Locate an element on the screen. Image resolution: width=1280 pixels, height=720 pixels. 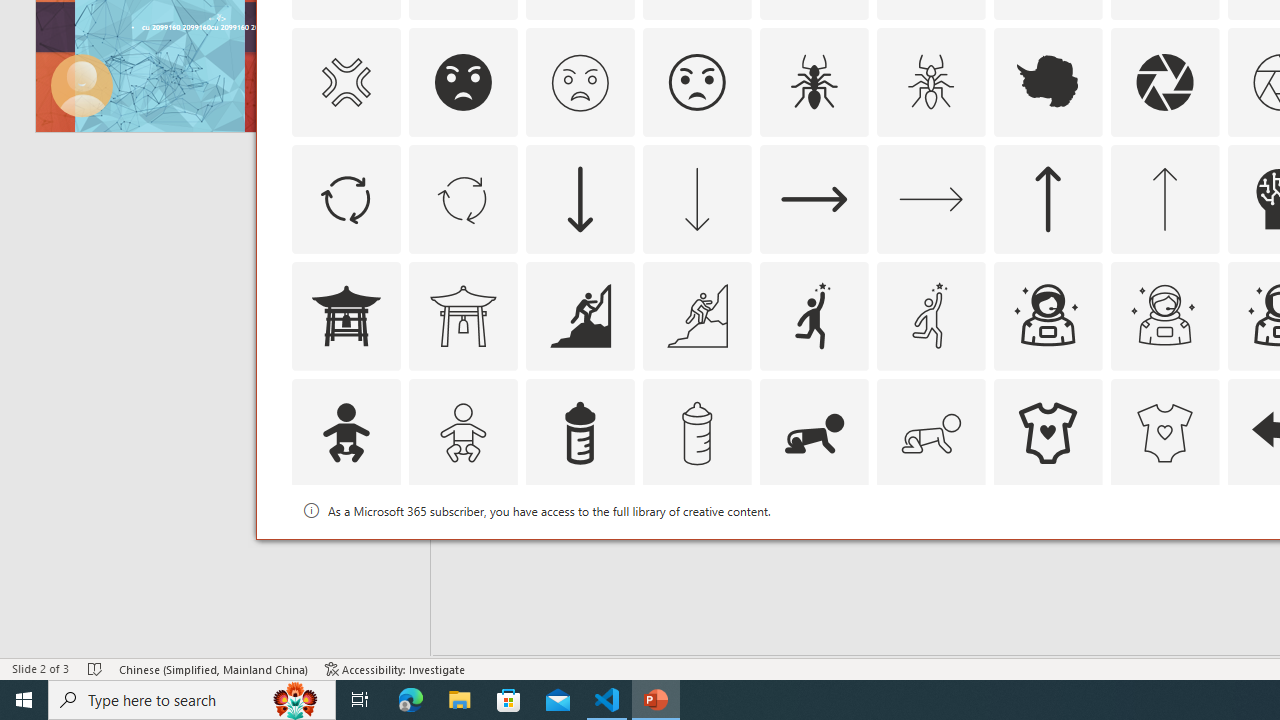
'AutomationID: Icons_AngerSymbol_M' is located at coordinates (345, 81).